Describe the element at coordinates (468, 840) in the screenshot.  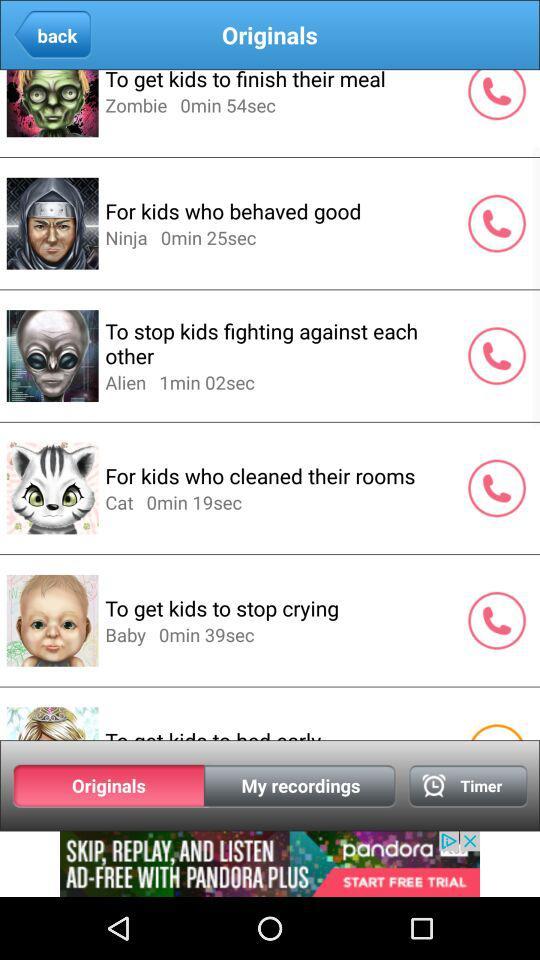
I see `the videocam icon` at that location.